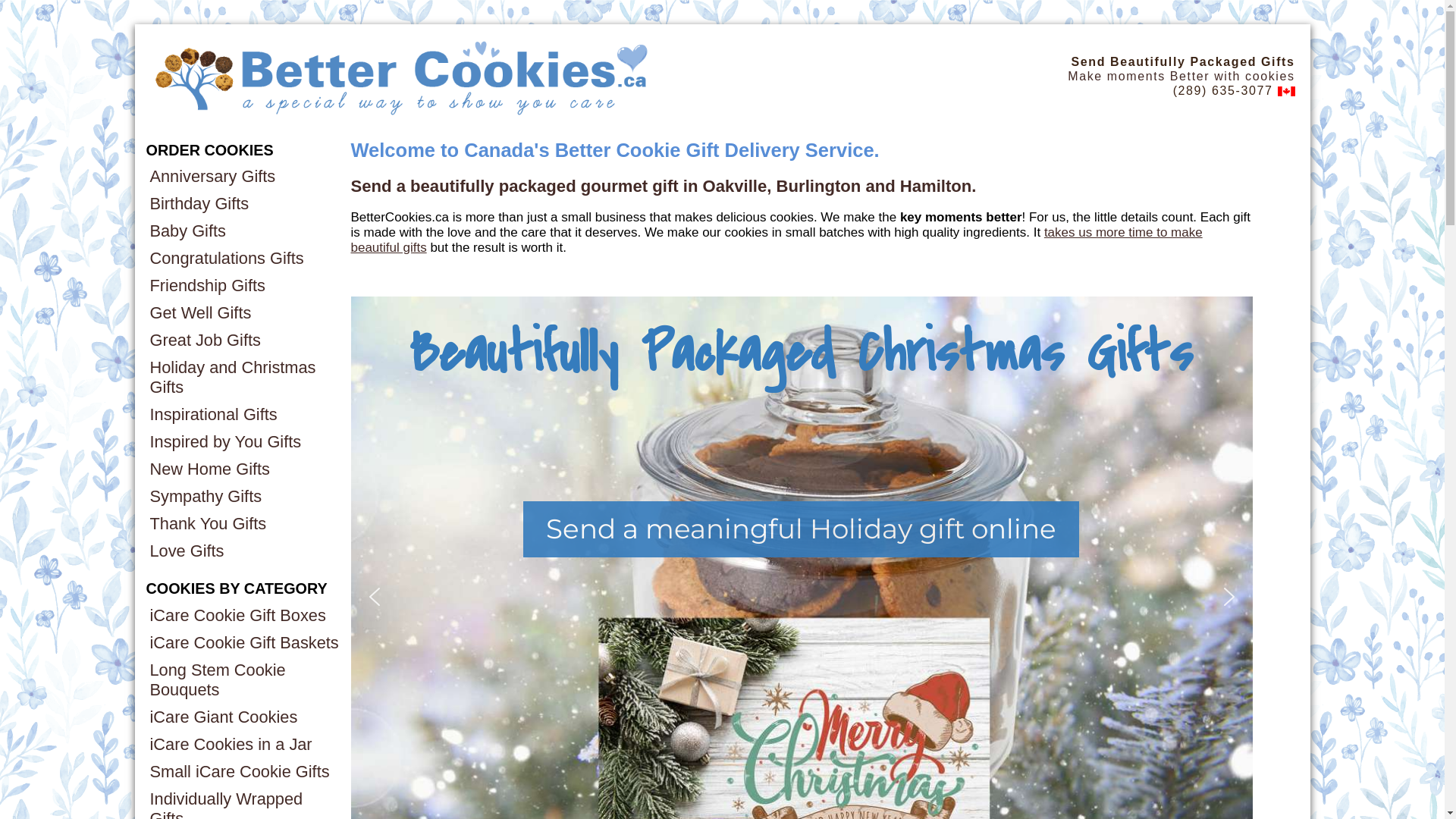  I want to click on 'Anniversary Gifts', so click(243, 175).